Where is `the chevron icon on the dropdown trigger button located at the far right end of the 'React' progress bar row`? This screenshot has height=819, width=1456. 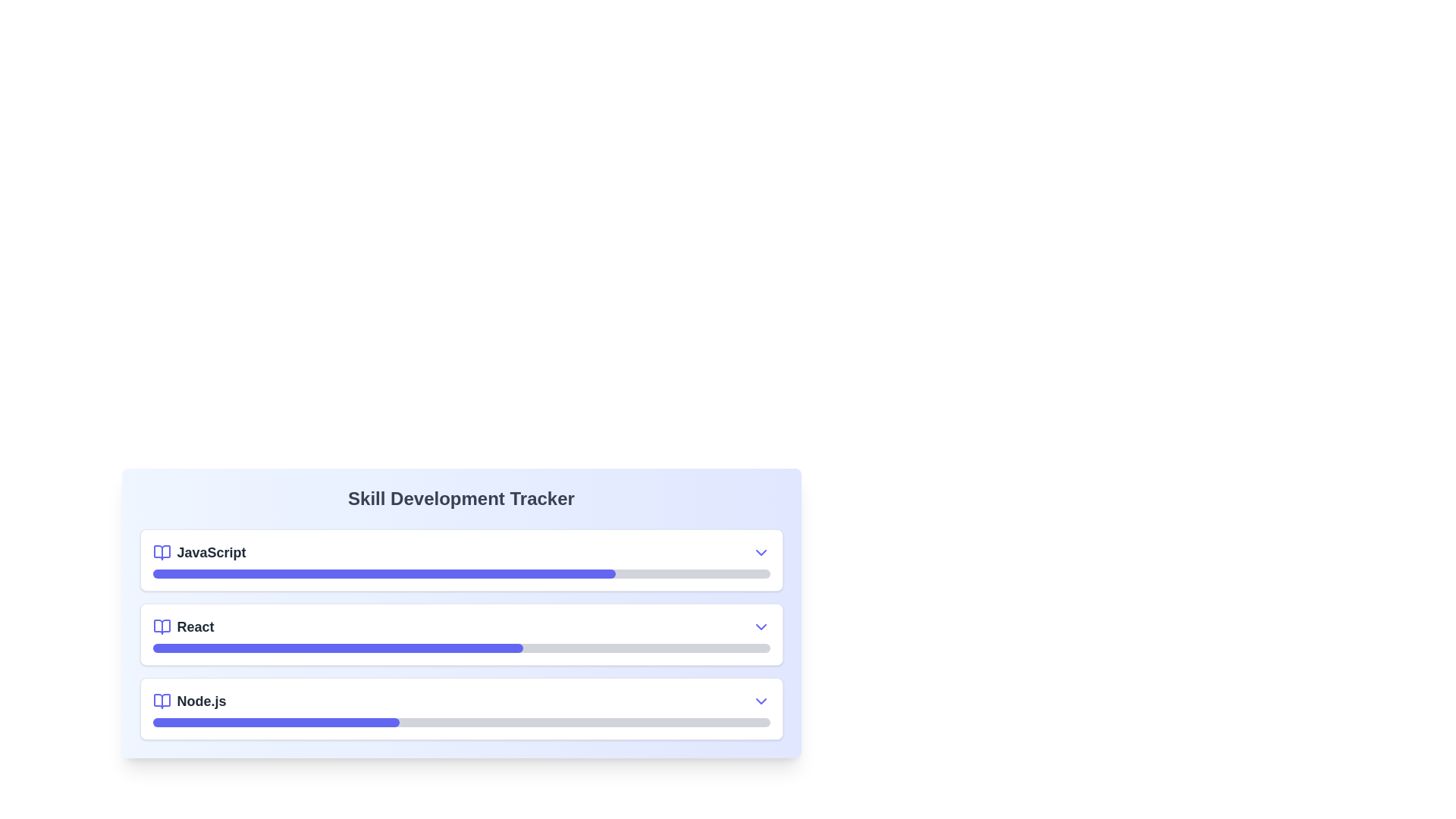
the chevron icon on the dropdown trigger button located at the far right end of the 'React' progress bar row is located at coordinates (761, 626).